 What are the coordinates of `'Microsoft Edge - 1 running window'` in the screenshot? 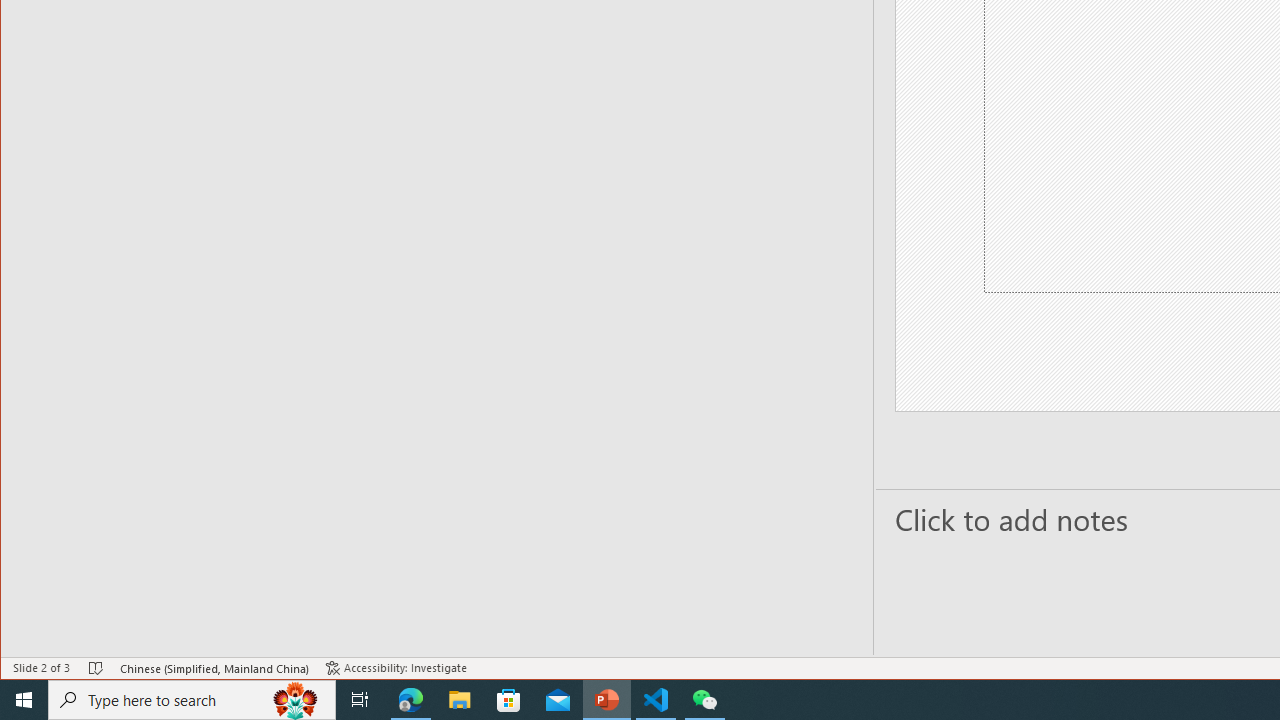 It's located at (410, 698).